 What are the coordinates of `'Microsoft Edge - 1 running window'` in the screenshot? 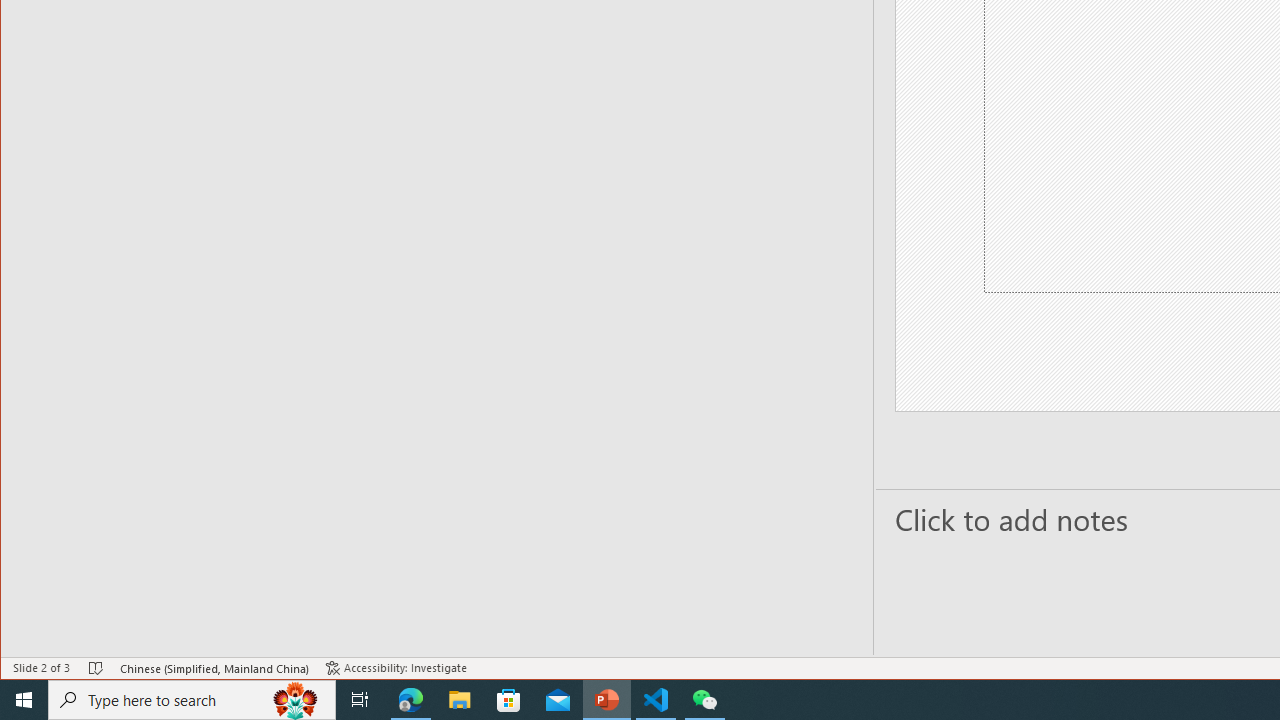 It's located at (410, 698).